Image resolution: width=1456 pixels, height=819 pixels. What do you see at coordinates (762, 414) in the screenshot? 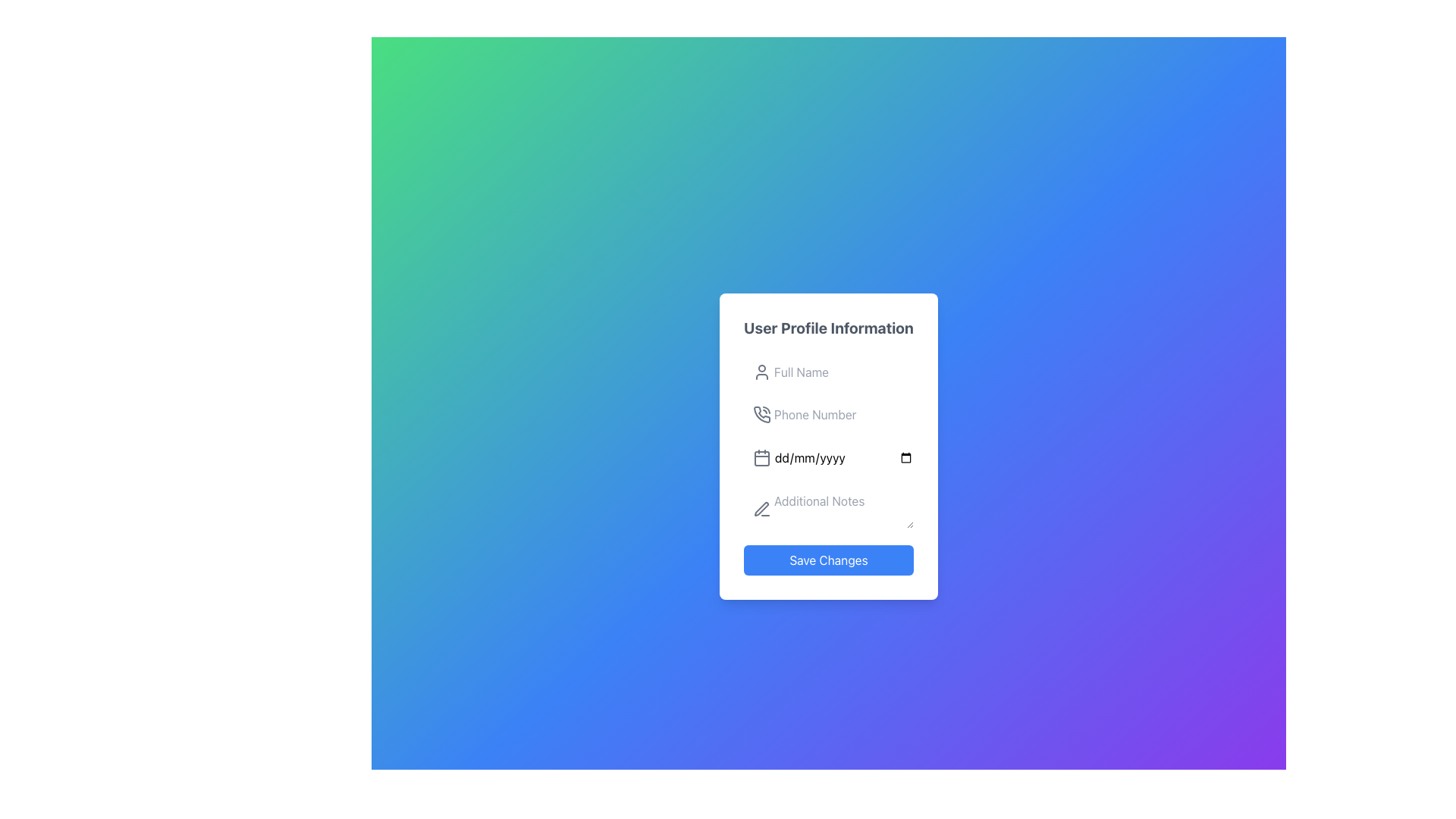
I see `the curved line representing a phone receiver in the phone call icon, which is styled in gray and located near the top-left corner of the user profile form, adjacent to the 'Phone Number' label` at bounding box center [762, 414].